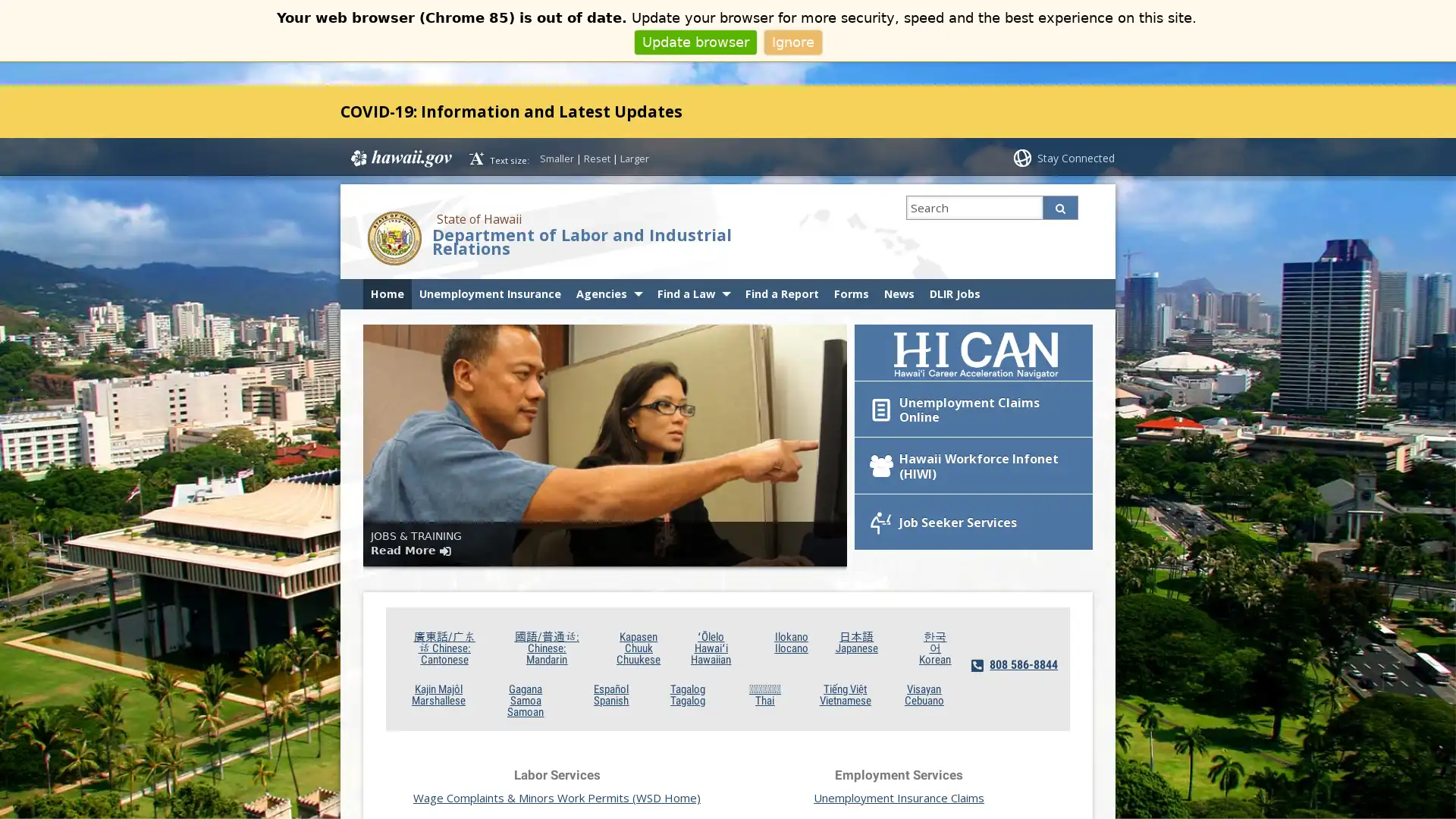 Image resolution: width=1456 pixels, height=819 pixels. I want to click on Japanese, so click(856, 648).